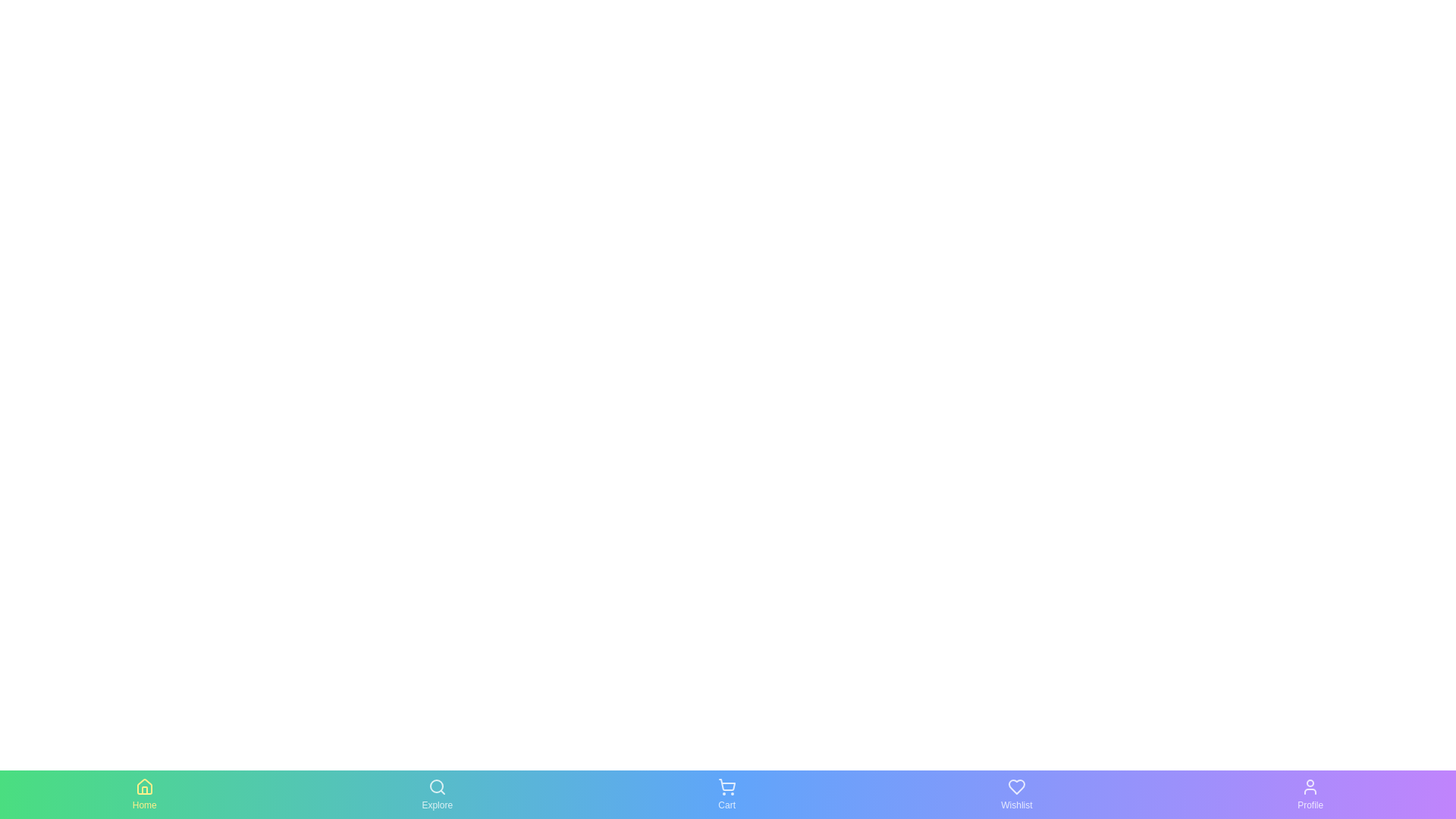 Image resolution: width=1456 pixels, height=819 pixels. I want to click on the icon labeled Wishlist, so click(1015, 794).